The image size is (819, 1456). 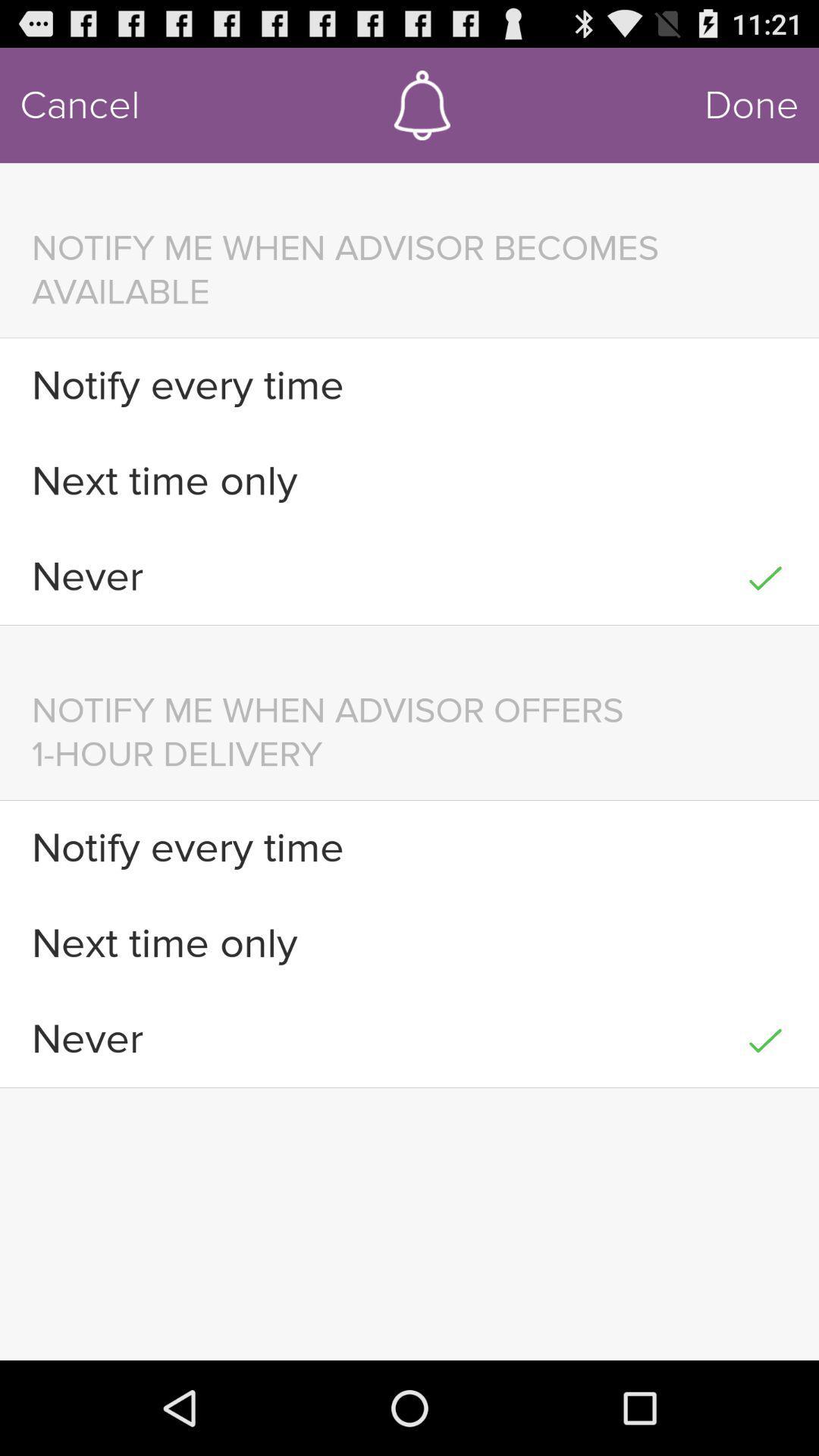 I want to click on cancel, so click(x=80, y=105).